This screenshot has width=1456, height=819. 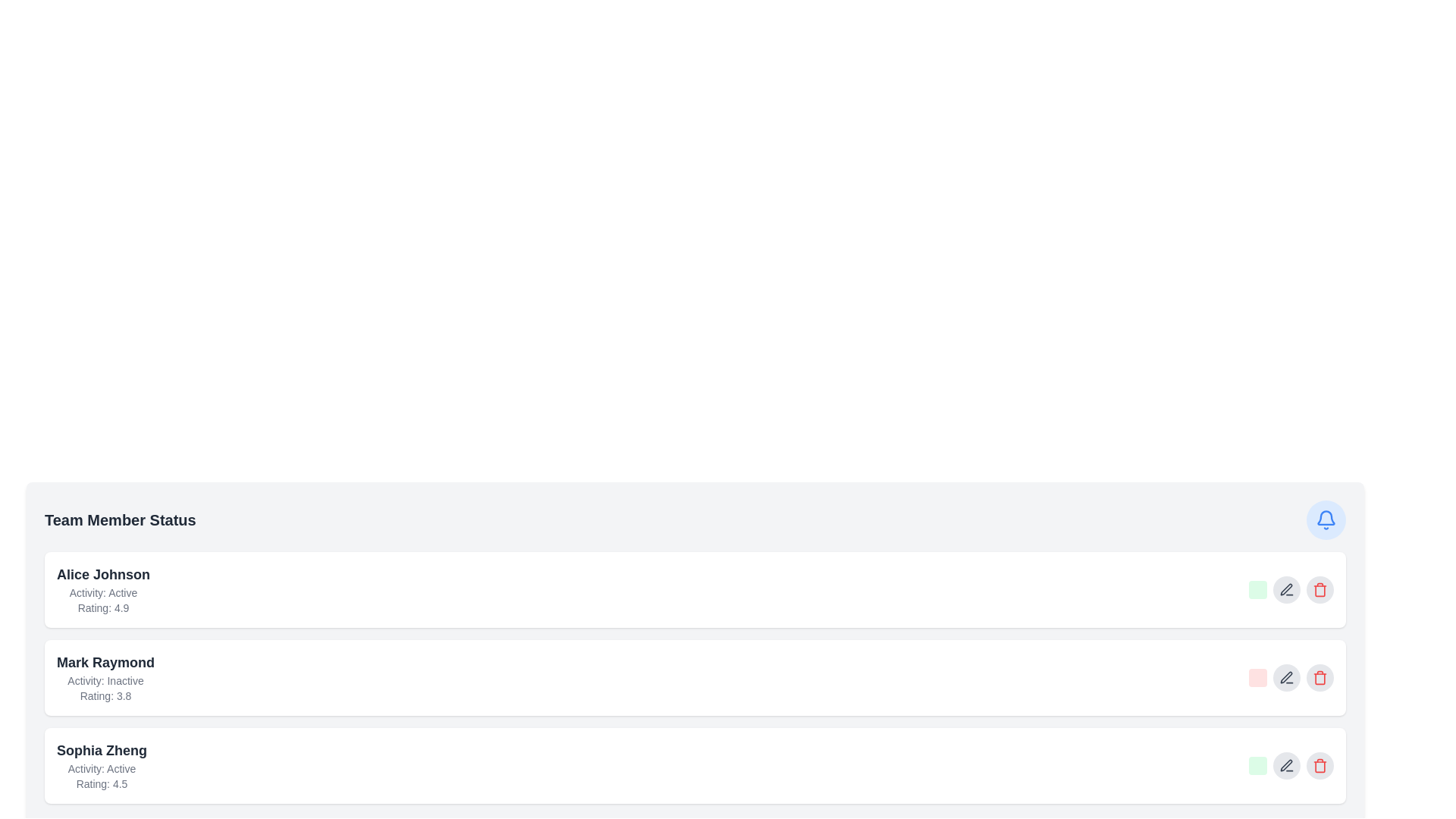 What do you see at coordinates (1286, 766) in the screenshot?
I see `the round button with a light gray background and a pen icon in the center, located in the third row of the member table, to observe its hover effect` at bounding box center [1286, 766].